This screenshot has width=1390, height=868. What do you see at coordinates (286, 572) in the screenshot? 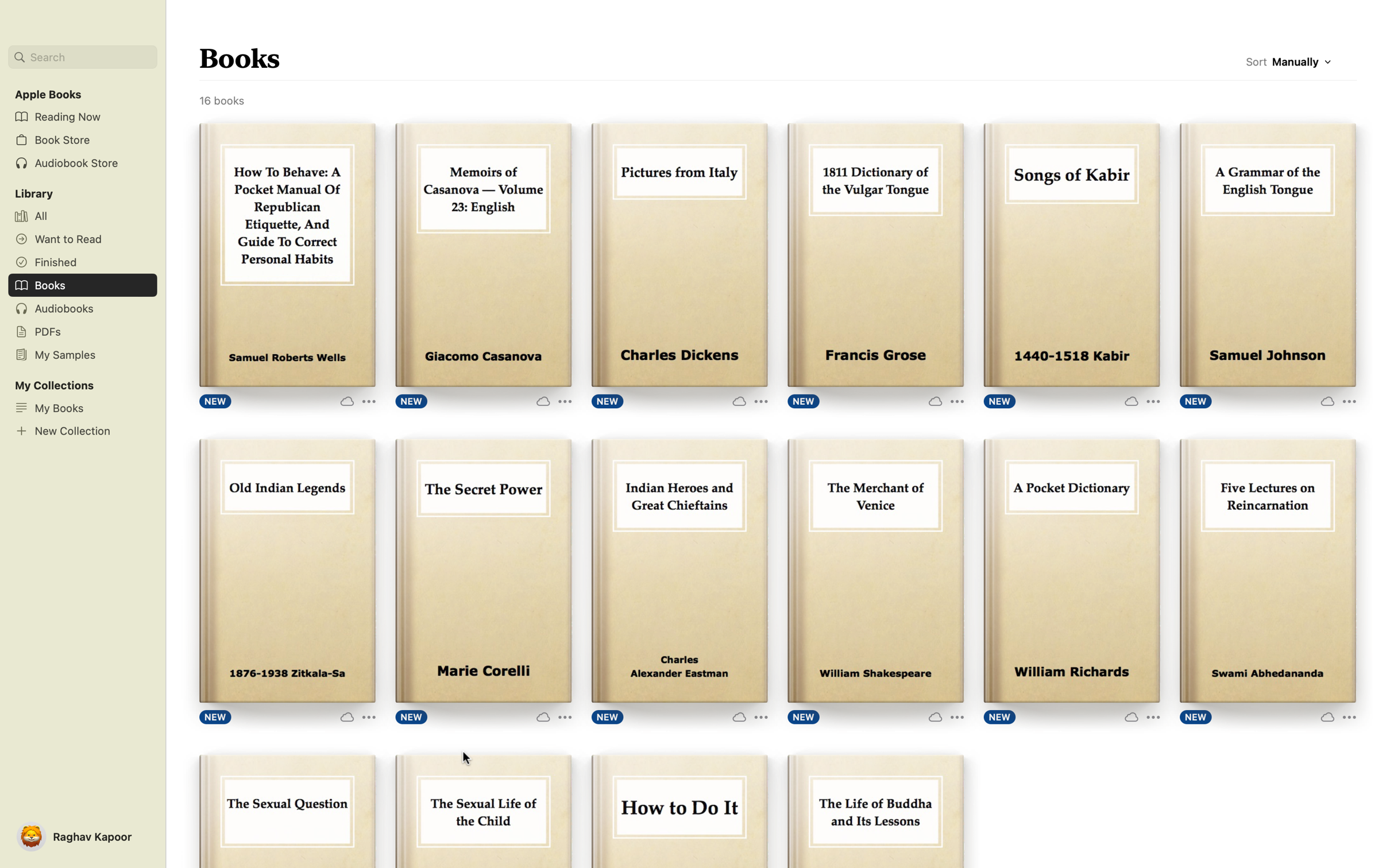
I see `the "Read" button for the book "Old Indian Legends" to start reading it` at bounding box center [286, 572].